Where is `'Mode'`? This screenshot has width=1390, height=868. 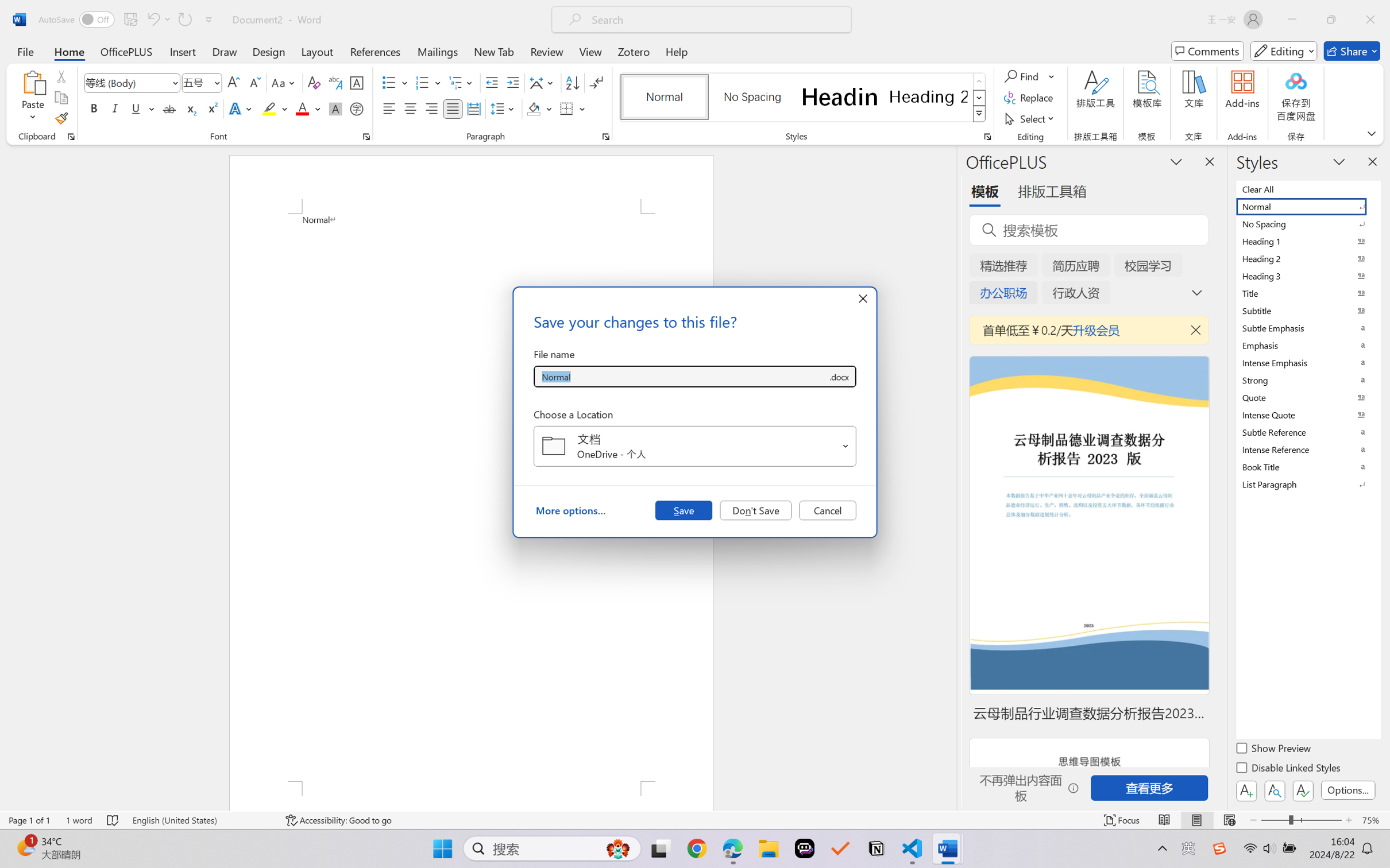 'Mode' is located at coordinates (1284, 51).